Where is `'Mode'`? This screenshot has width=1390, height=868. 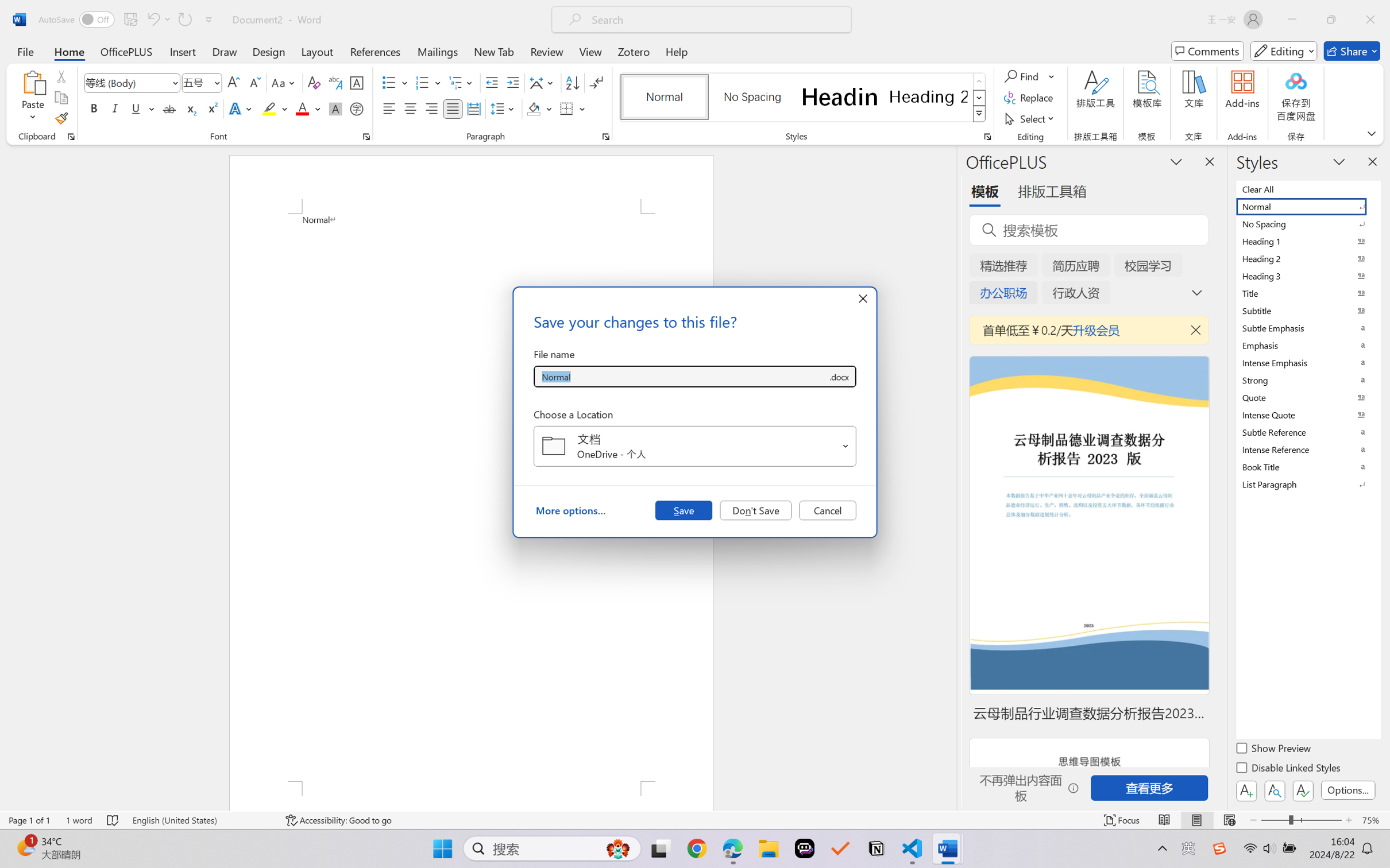 'Mode' is located at coordinates (1284, 51).